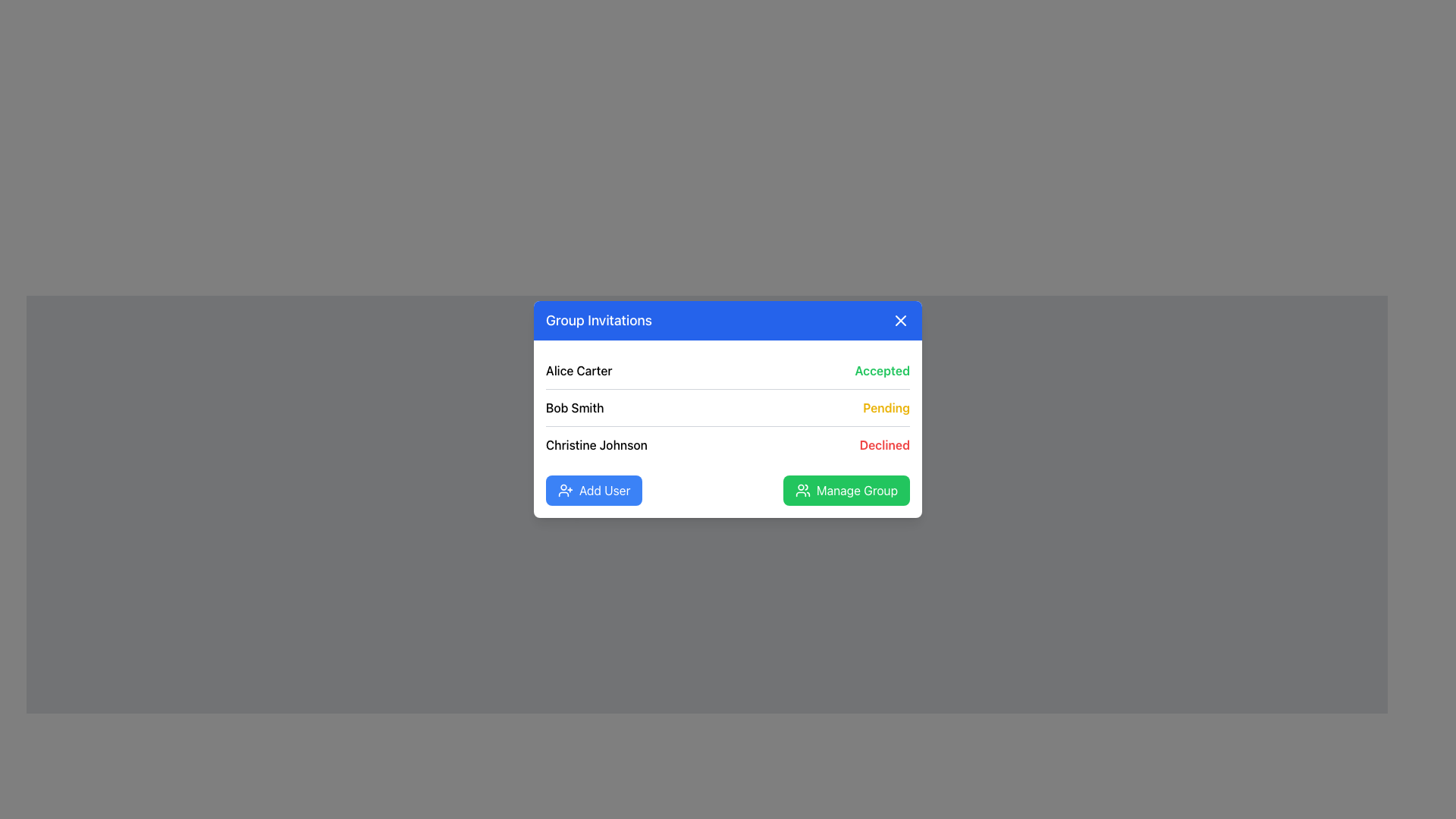  What do you see at coordinates (882, 371) in the screenshot?
I see `the text label indicating that the invitation status for 'Alice Carter' is accepted, located in the rightmost position of the row within the 'Group Invitations' modal` at bounding box center [882, 371].